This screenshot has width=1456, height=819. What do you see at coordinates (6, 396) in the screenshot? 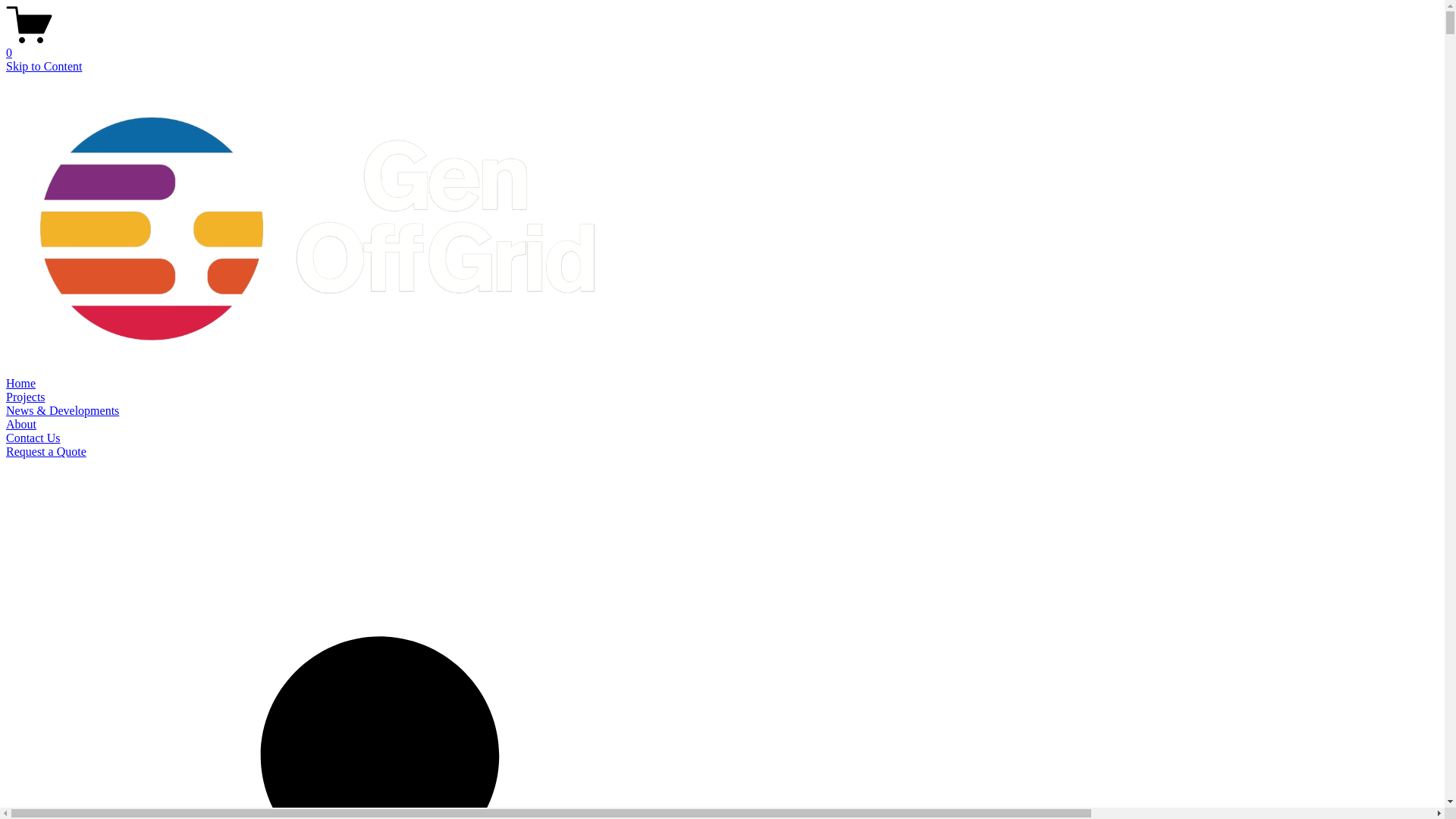
I see `'Projects'` at bounding box center [6, 396].